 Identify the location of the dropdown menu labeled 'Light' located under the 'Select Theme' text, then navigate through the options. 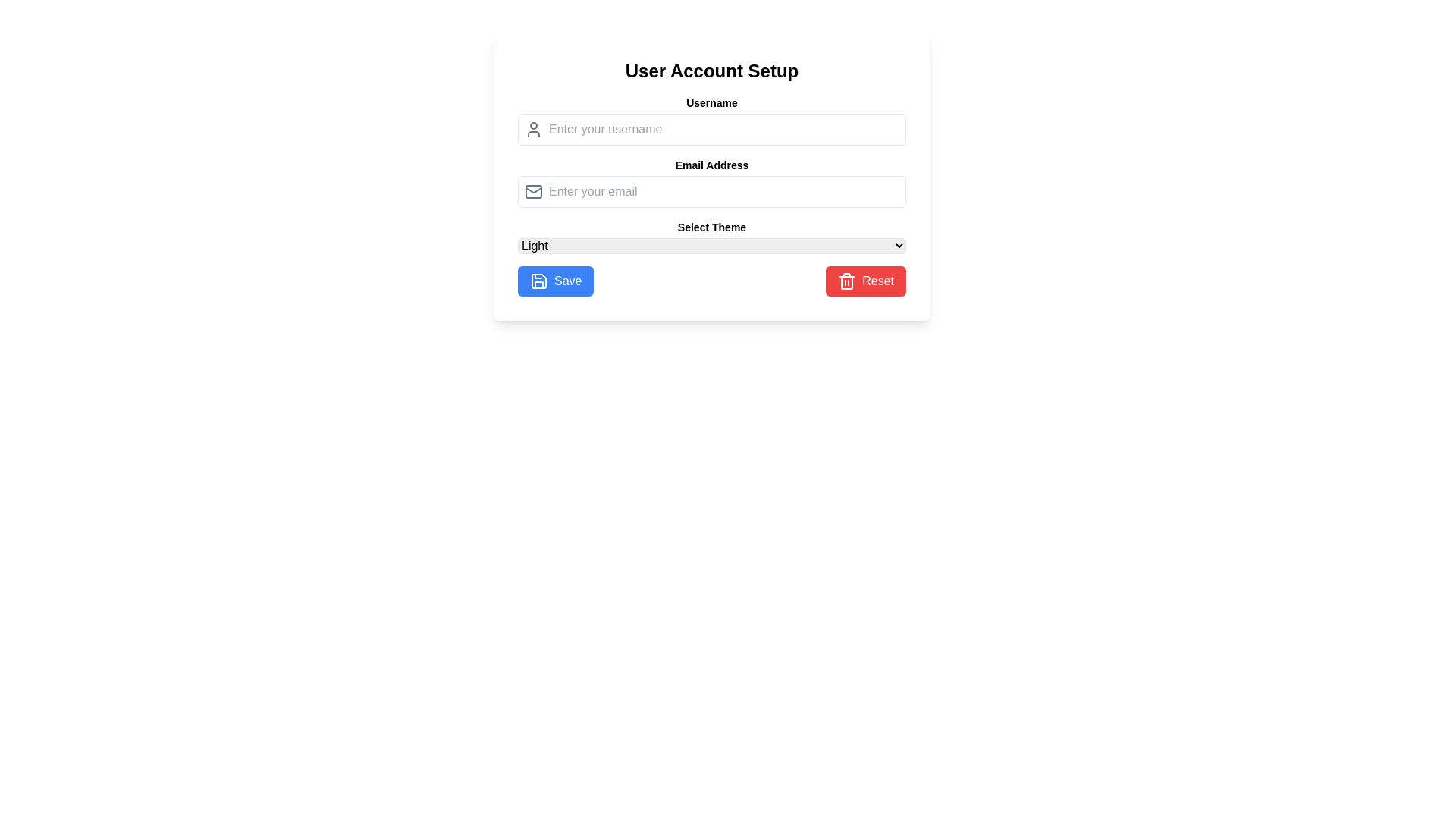
(711, 245).